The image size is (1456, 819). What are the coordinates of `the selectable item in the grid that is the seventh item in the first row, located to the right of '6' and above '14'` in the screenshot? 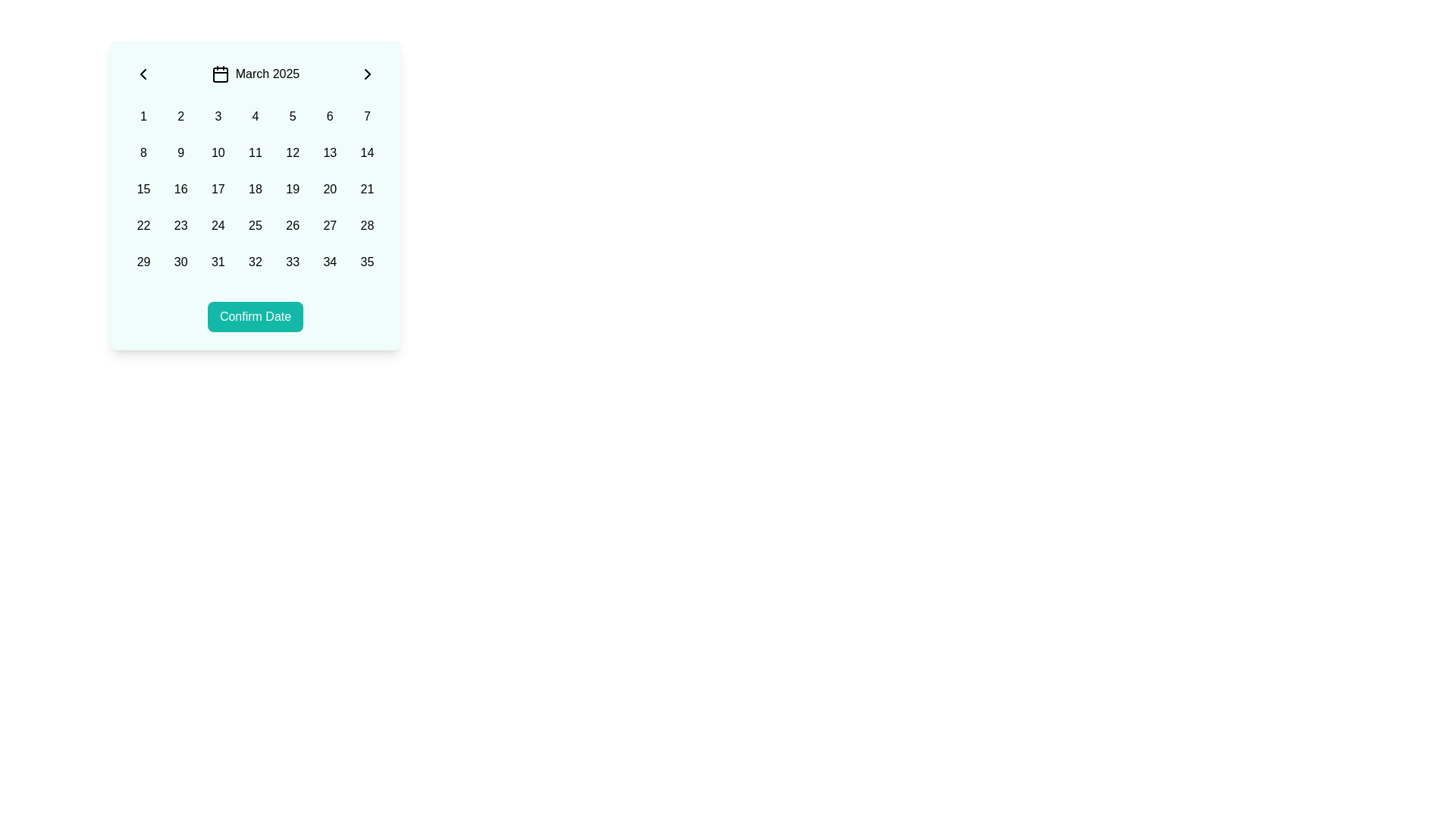 It's located at (367, 116).